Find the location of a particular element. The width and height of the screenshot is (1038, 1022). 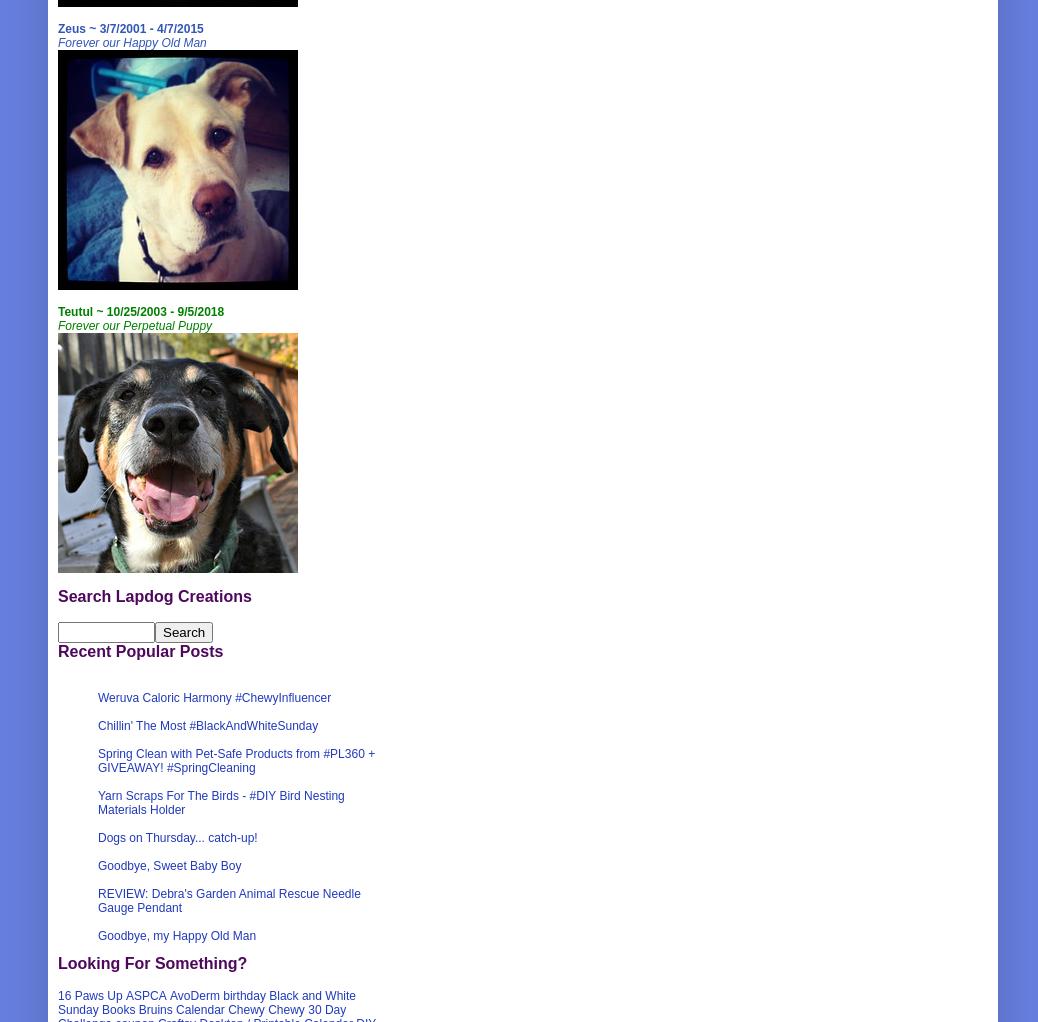

'REVIEW: Debra's Garden Animal Rescue Needle Gauge Pendant' is located at coordinates (227, 899).